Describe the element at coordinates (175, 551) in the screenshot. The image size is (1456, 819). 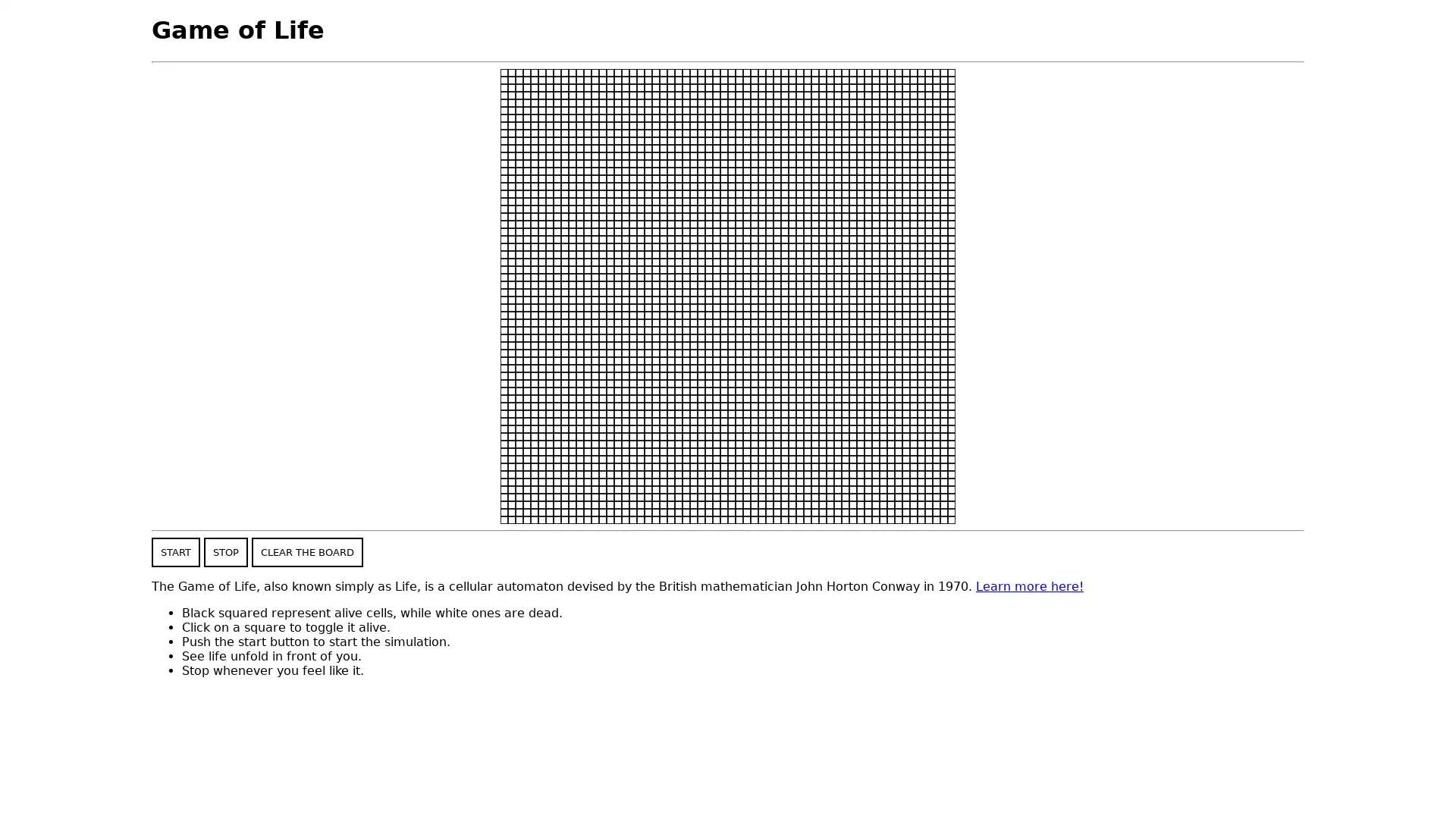
I see `START` at that location.